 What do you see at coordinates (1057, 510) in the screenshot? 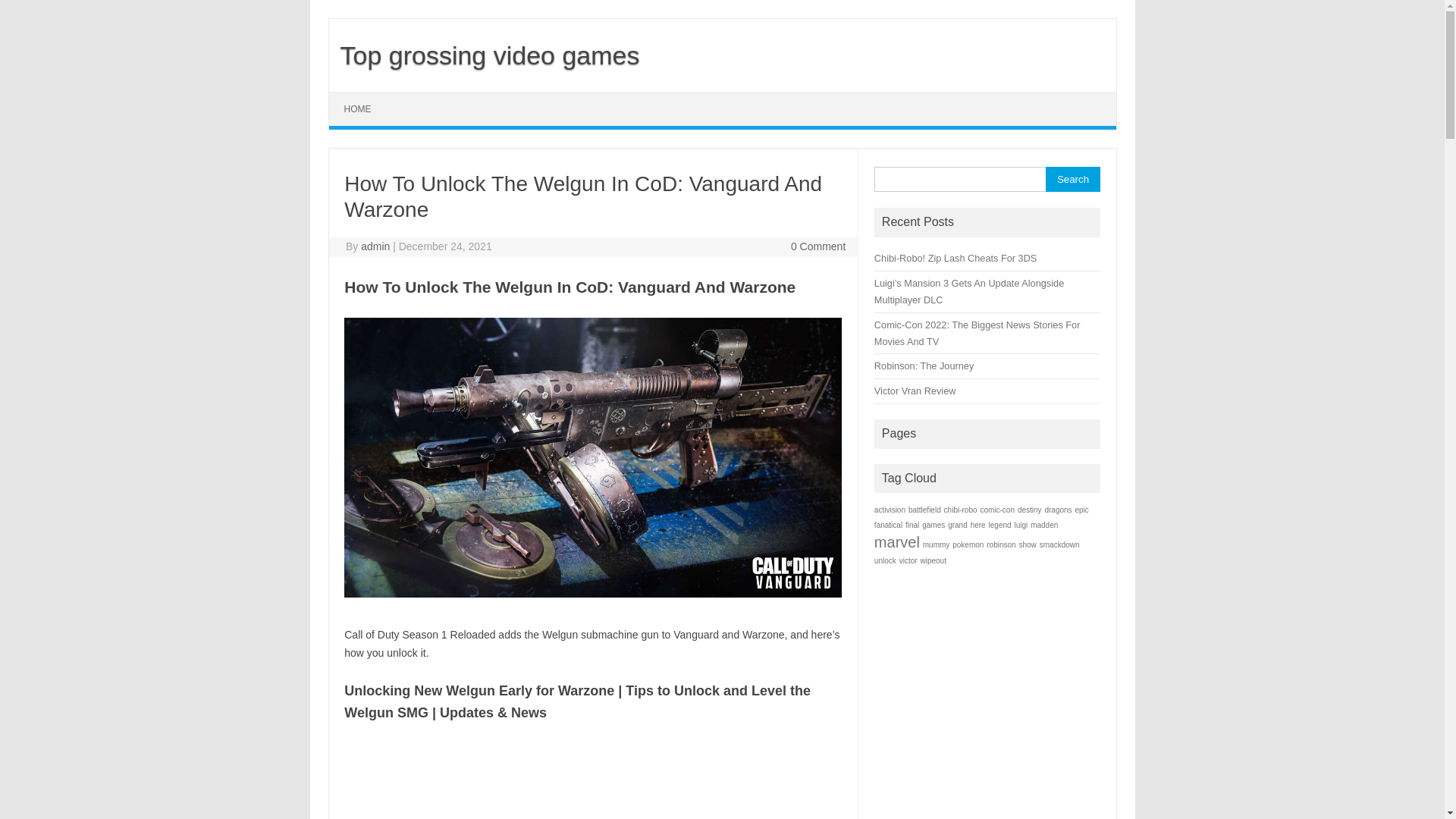
I see `'dragons'` at bounding box center [1057, 510].